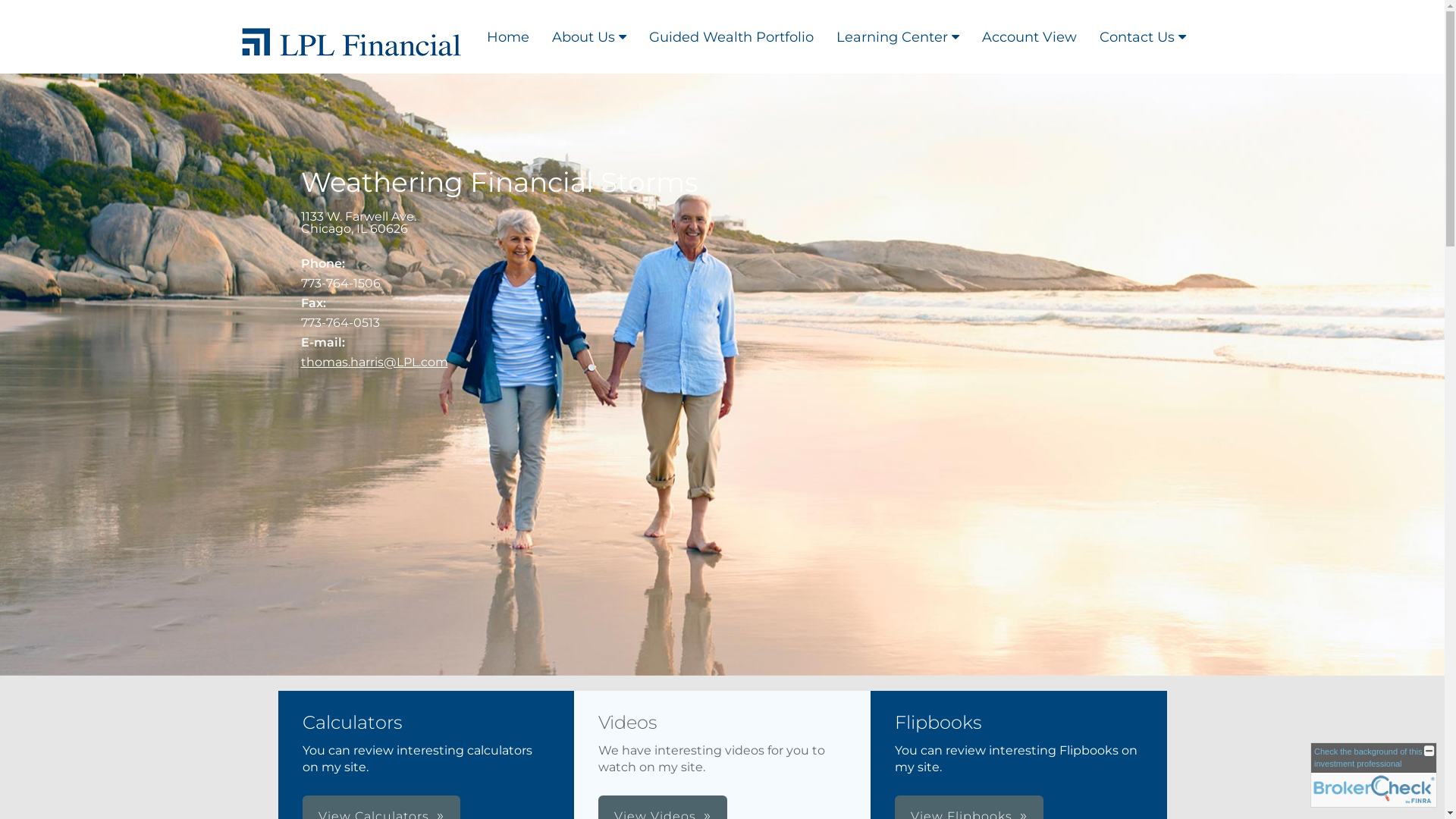 This screenshot has width=1456, height=819. Describe the element at coordinates (473, 35) in the screenshot. I see `'Home'` at that location.